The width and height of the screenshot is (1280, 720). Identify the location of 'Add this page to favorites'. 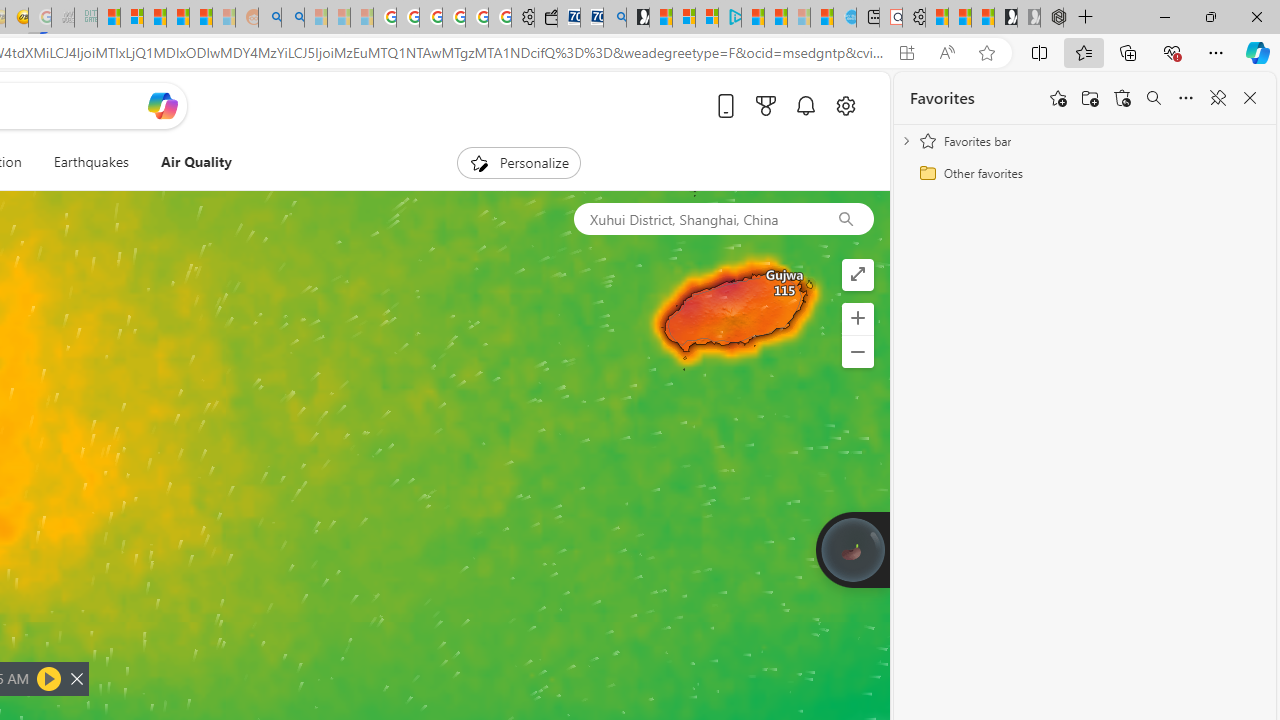
(1057, 98).